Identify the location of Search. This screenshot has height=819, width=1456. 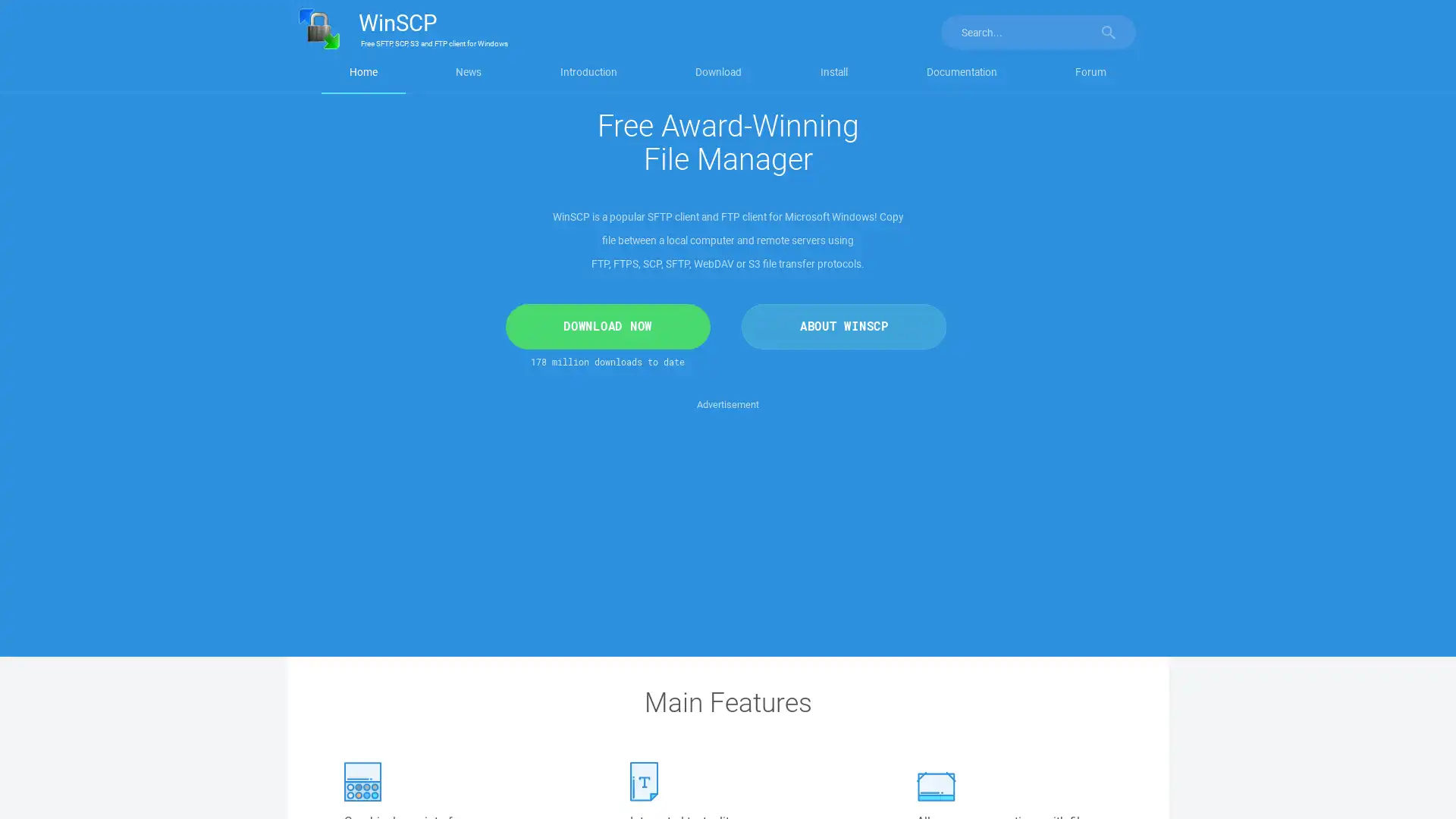
(1114, 32).